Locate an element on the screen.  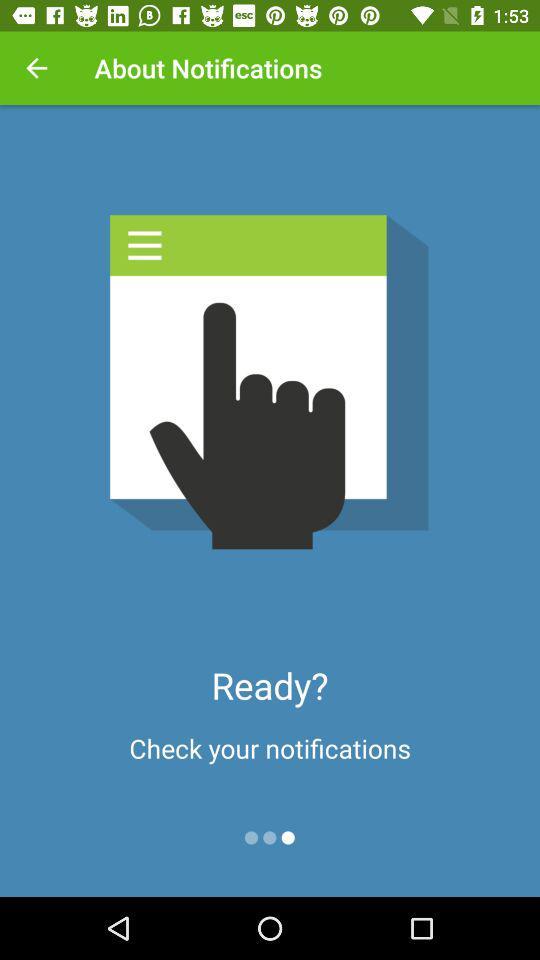
the icon to the left of the about notifications item is located at coordinates (36, 68).